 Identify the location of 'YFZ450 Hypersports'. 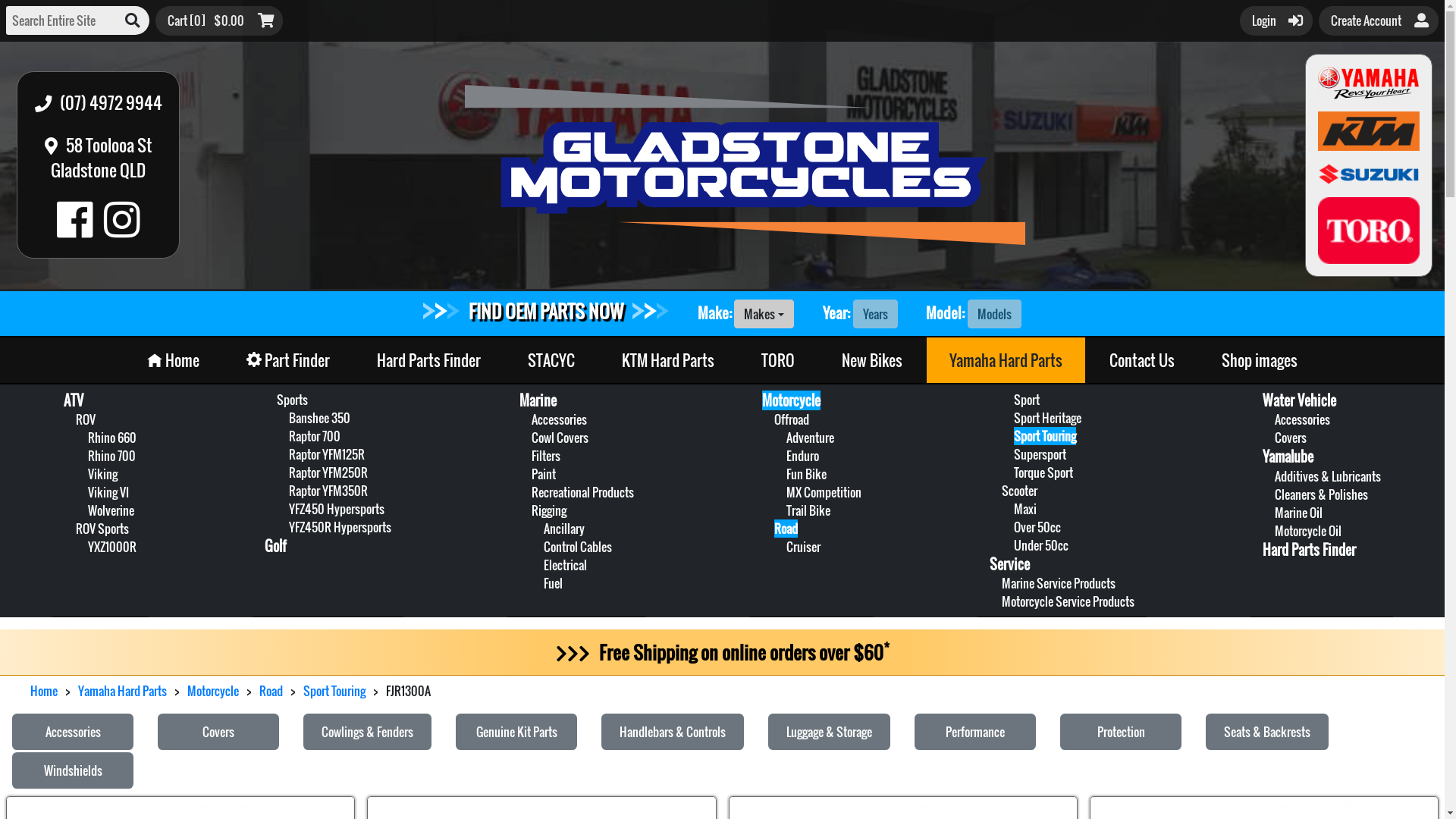
(335, 509).